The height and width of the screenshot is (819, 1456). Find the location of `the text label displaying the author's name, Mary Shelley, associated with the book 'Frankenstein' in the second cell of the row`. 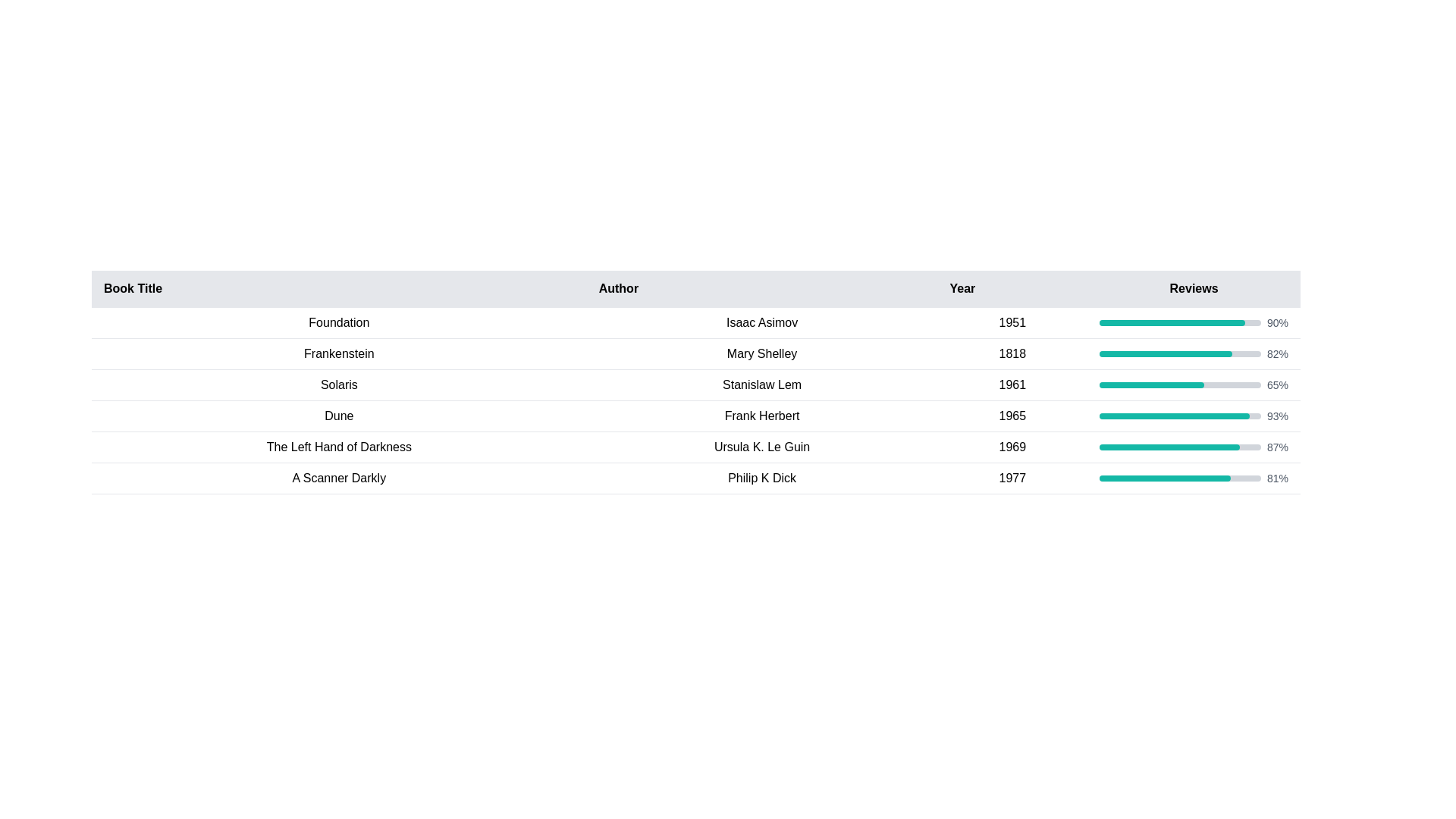

the text label displaying the author's name, Mary Shelley, associated with the book 'Frankenstein' in the second cell of the row is located at coordinates (762, 353).